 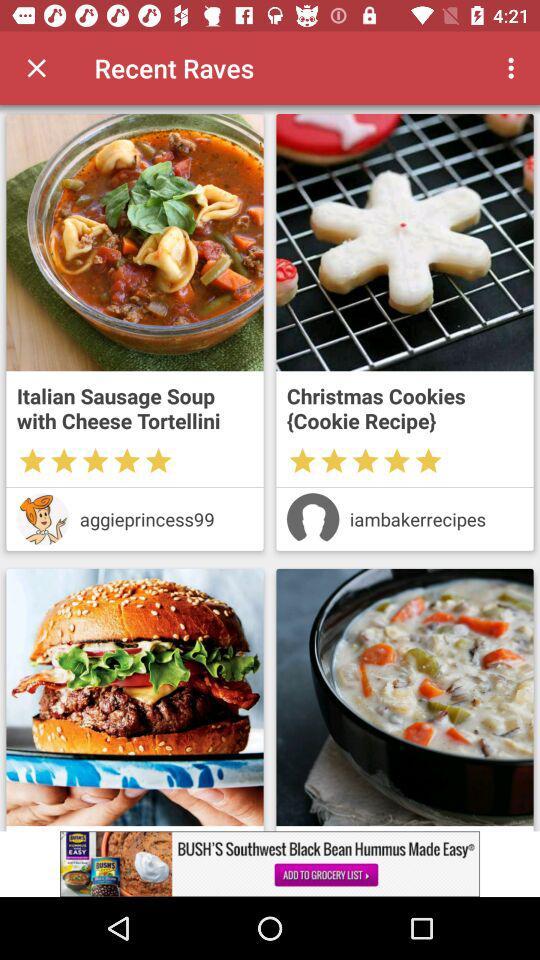 I want to click on princeliness, so click(x=43, y=518).